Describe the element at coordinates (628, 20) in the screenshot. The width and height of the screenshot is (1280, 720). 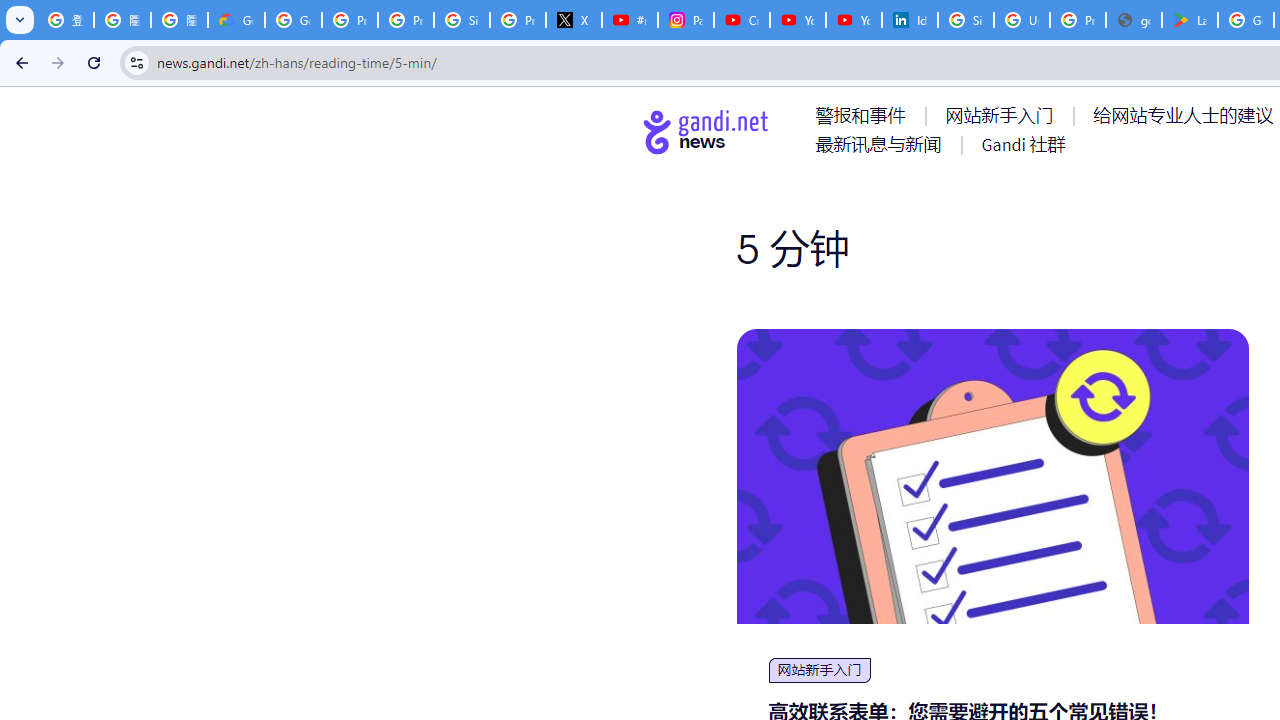
I see `'#nbabasketballhighlights - YouTube'` at that location.